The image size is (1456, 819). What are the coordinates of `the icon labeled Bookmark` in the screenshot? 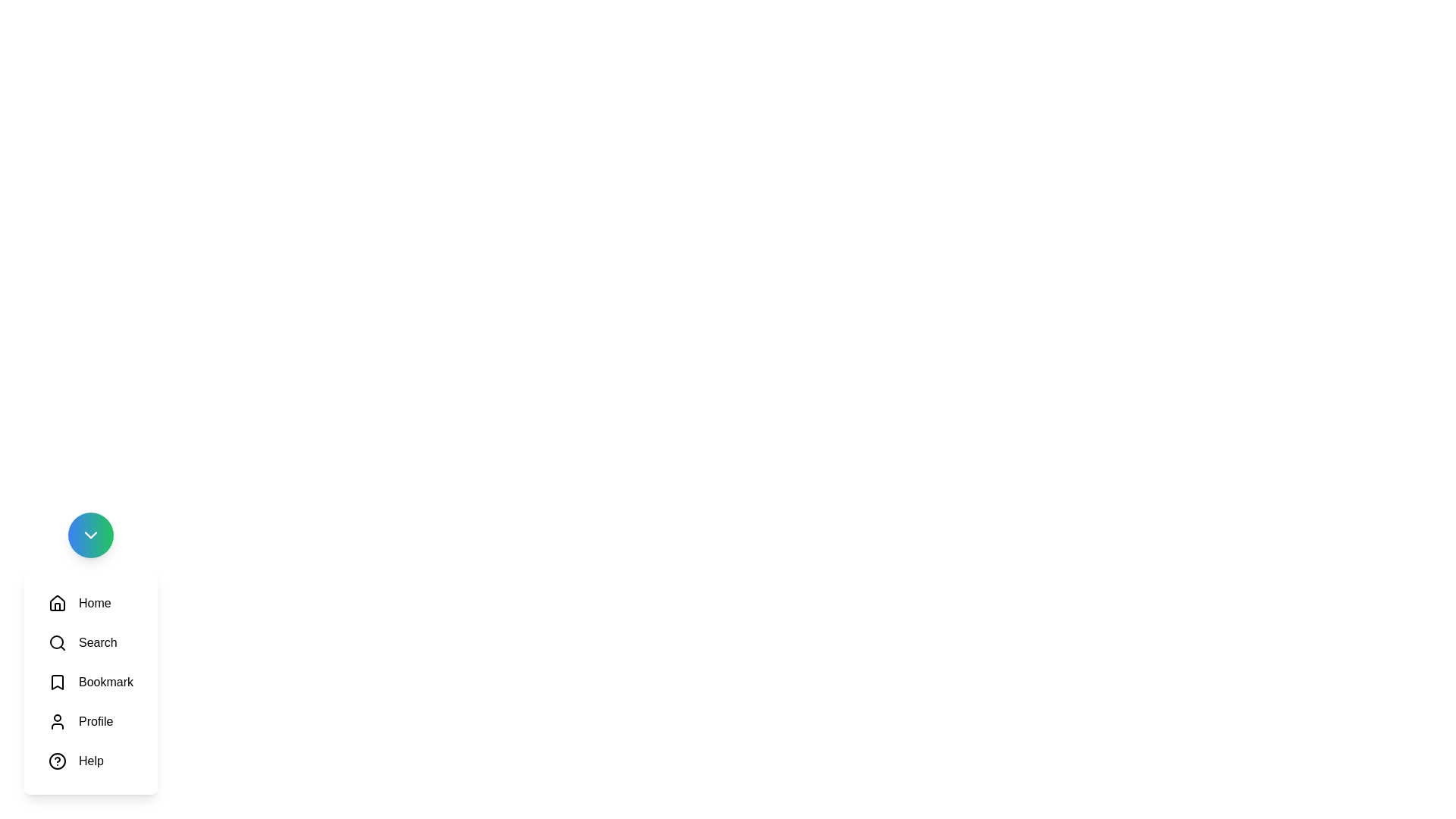 It's located at (90, 681).